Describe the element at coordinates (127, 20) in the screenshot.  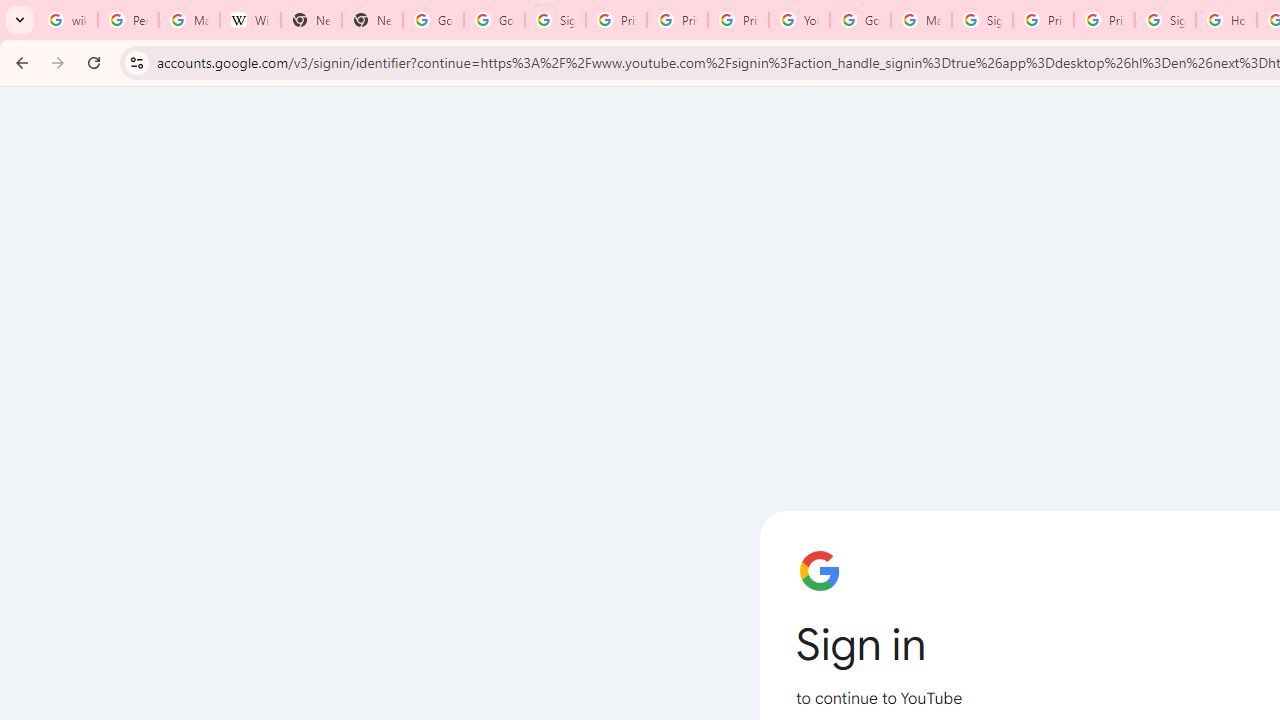
I see `'Personalization & Google Search results - Google Search Help'` at that location.